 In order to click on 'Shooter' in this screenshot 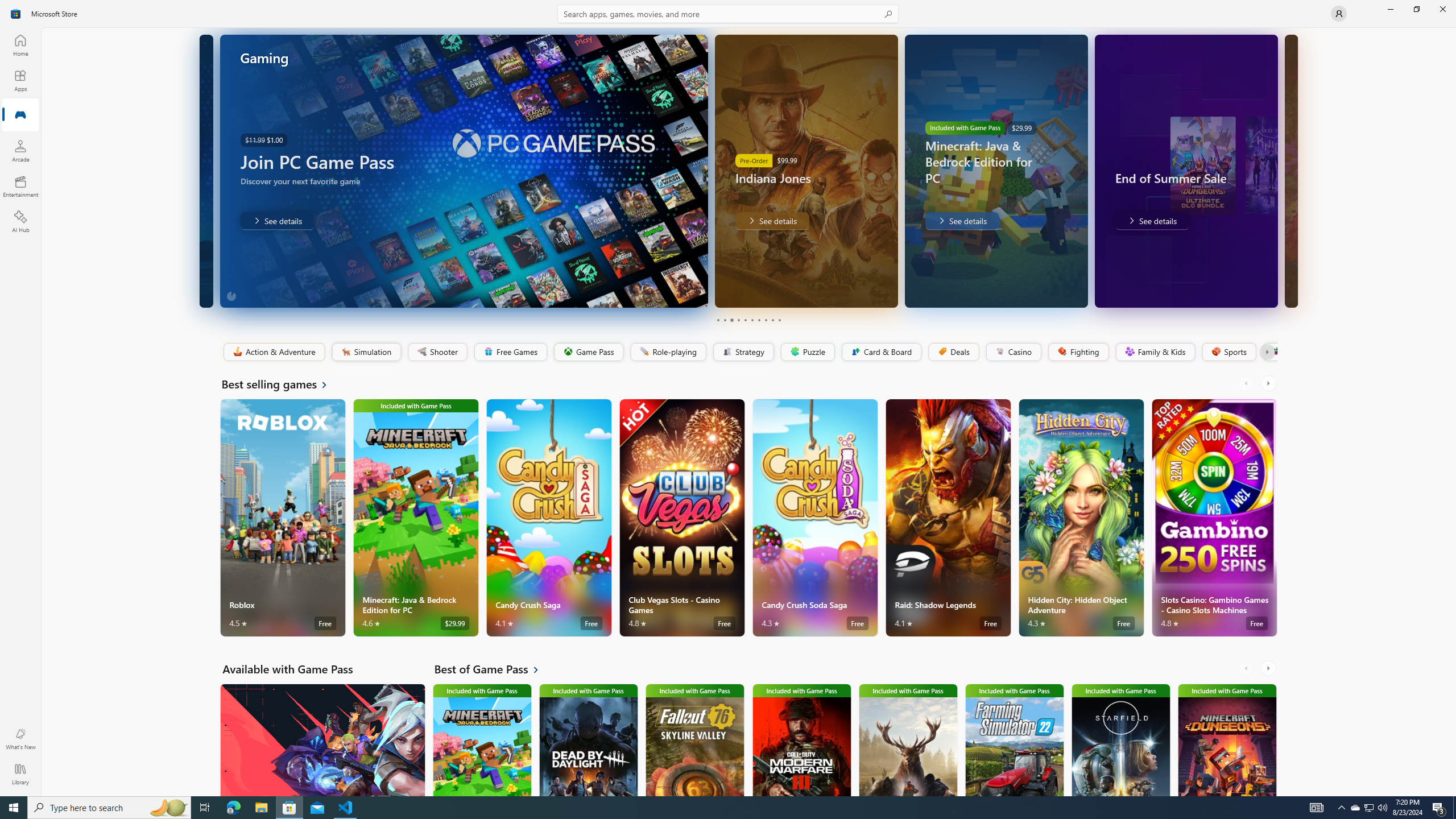, I will do `click(436, 351)`.